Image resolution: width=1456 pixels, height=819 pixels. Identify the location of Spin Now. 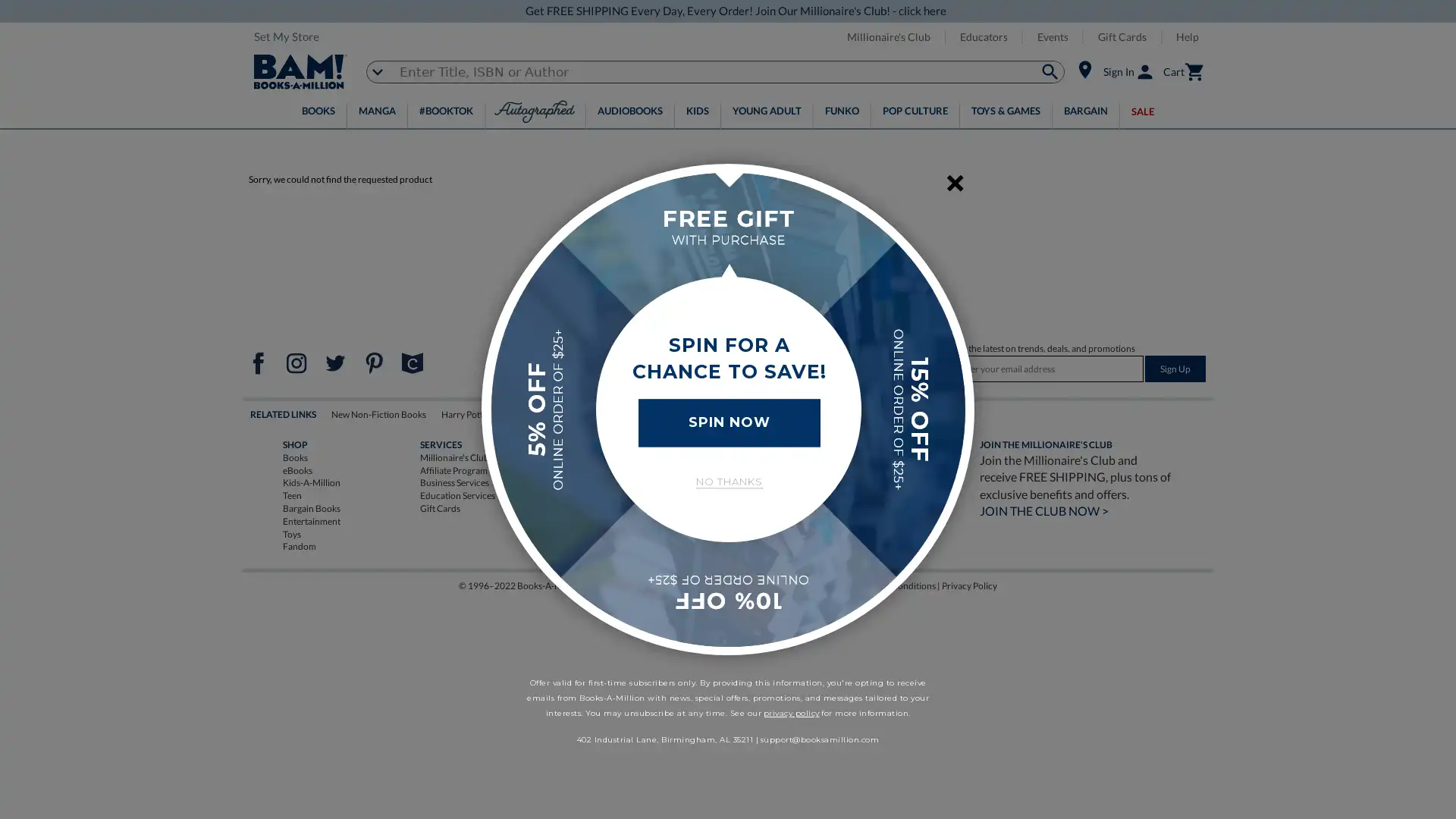
(728, 422).